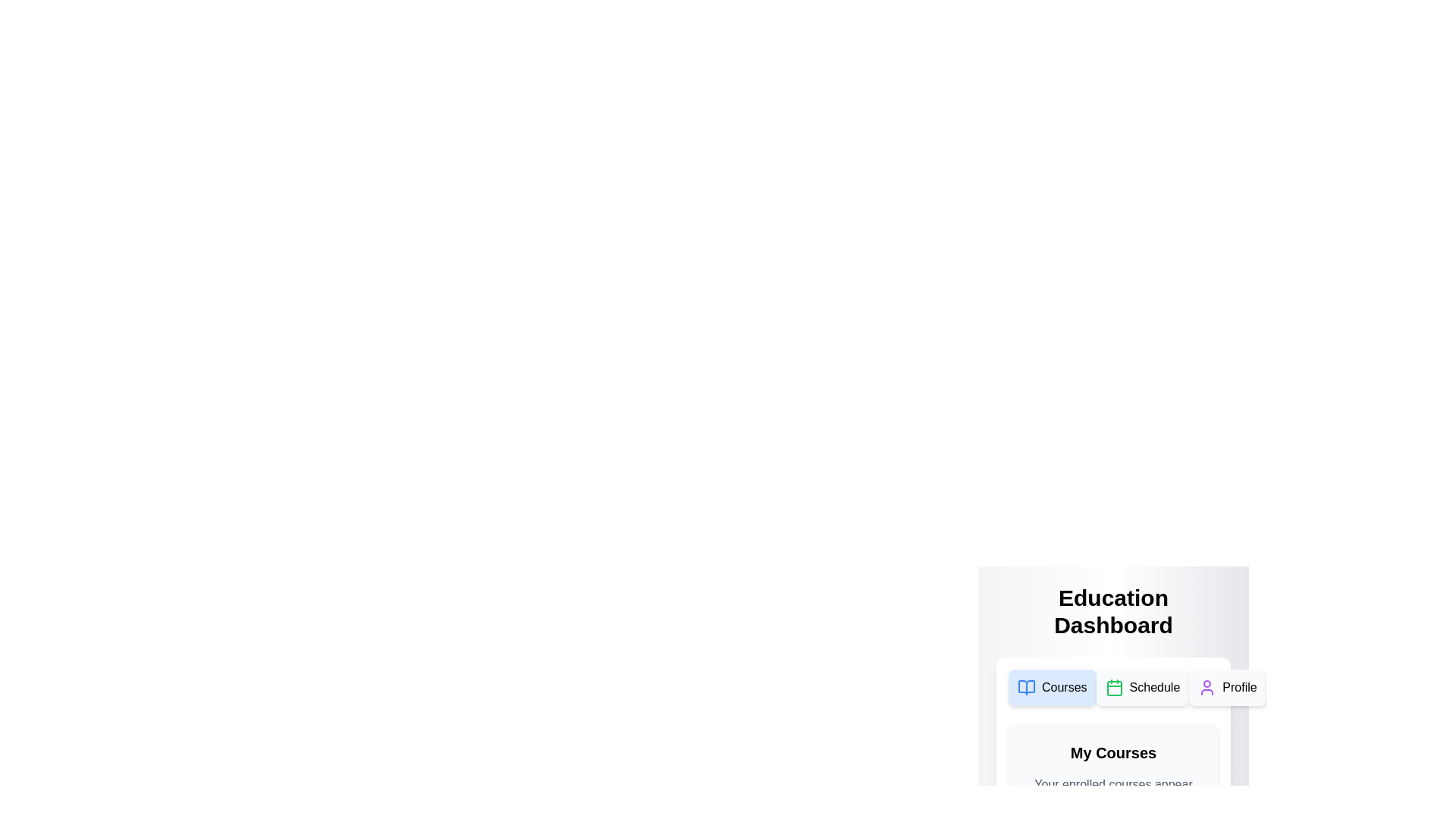 The image size is (1456, 819). What do you see at coordinates (1113, 687) in the screenshot?
I see `an item in the horizontal navigation bar located at the top of the Education Dashboard` at bounding box center [1113, 687].